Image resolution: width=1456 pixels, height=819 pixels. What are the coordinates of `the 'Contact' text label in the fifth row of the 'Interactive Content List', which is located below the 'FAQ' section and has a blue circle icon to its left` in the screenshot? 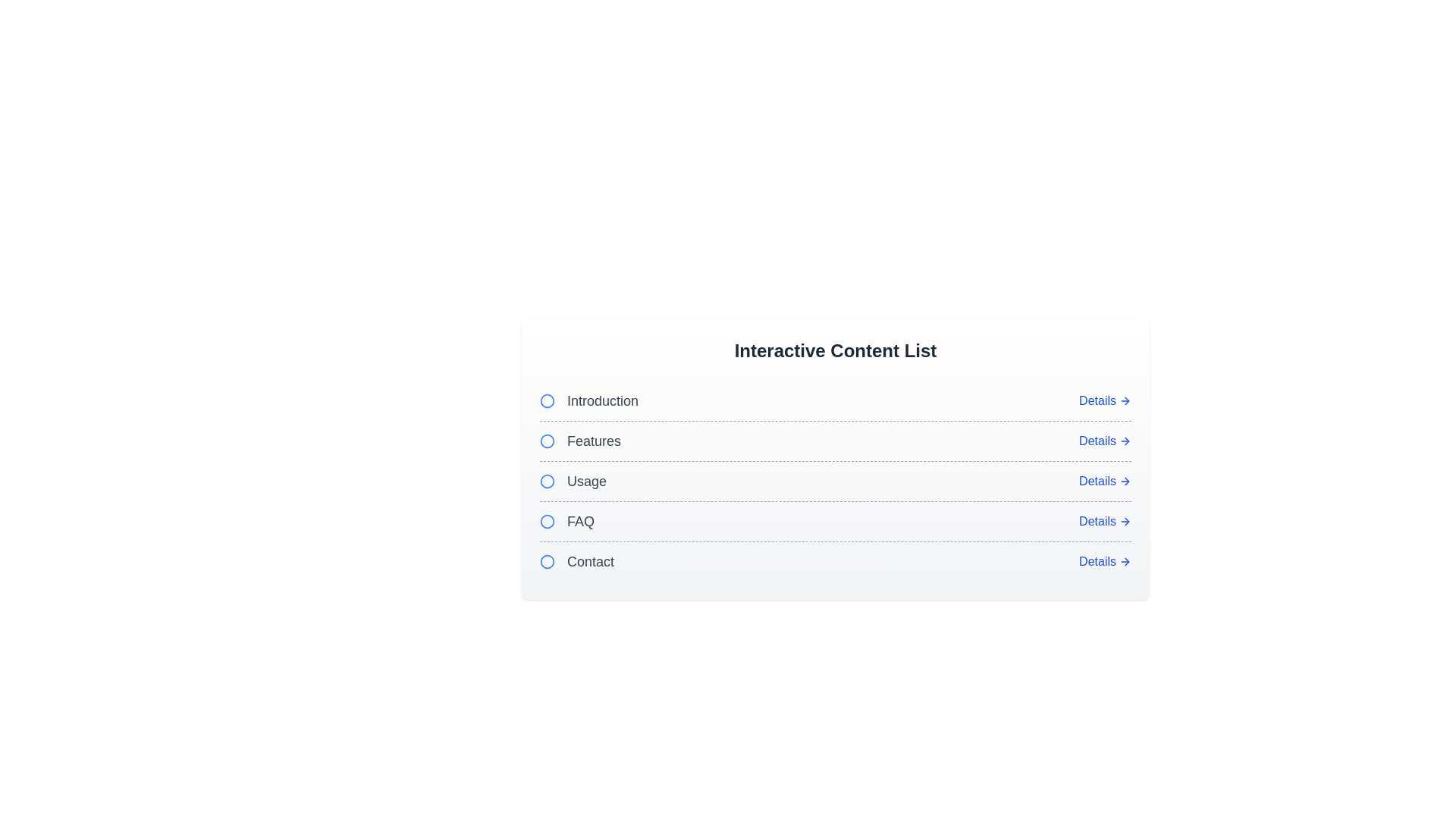 It's located at (576, 561).